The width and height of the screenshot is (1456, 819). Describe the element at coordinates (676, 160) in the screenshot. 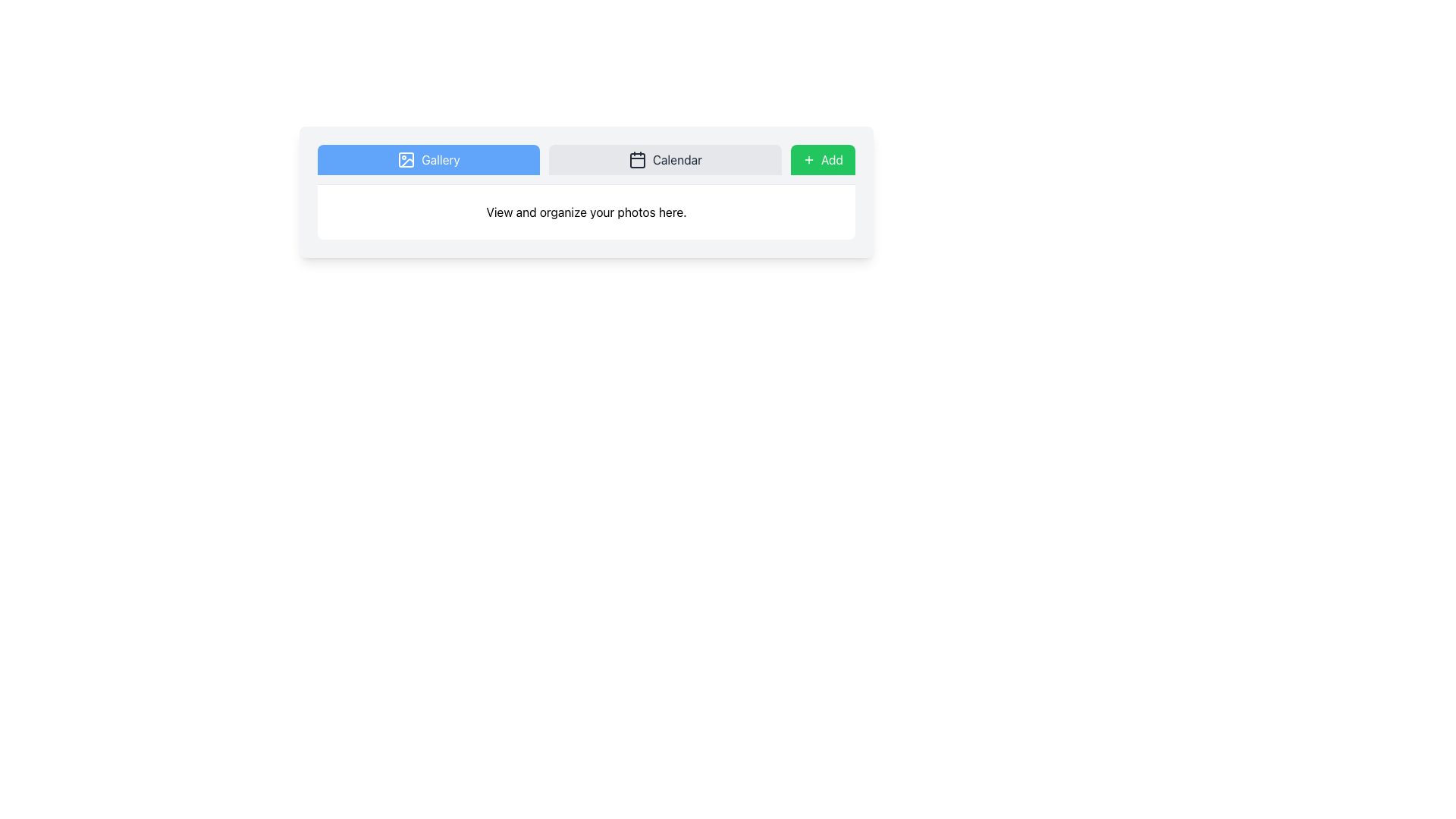

I see `the text label that represents the Calendar feature, which is positioned between the Gallery option and the Add option` at that location.